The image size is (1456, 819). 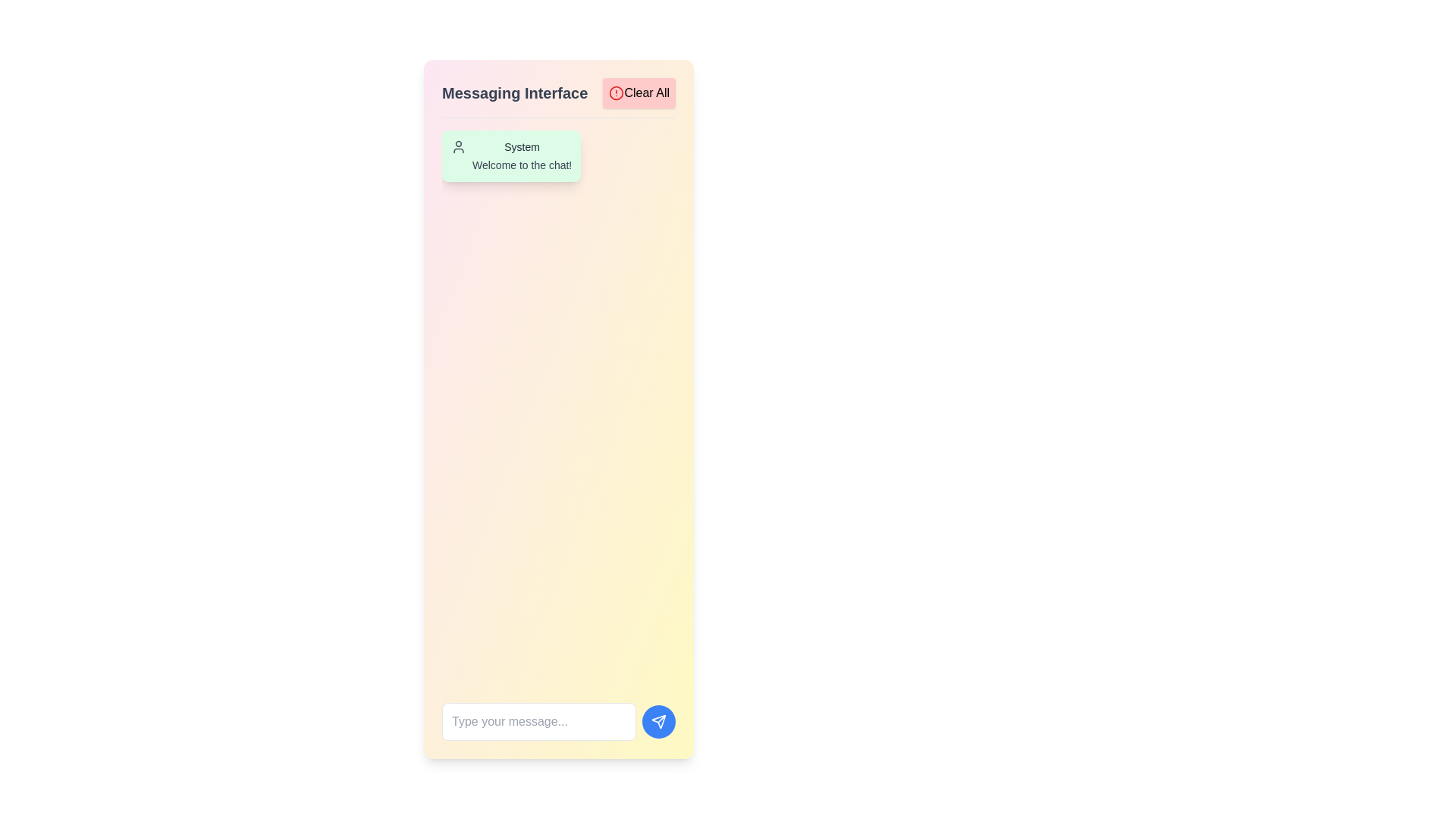 What do you see at coordinates (558, 155) in the screenshot?
I see `the informational text area with a chat bubble icon that contains the text 'System' and 'Welcome to the chat!', located in the chat area near the top of the interface` at bounding box center [558, 155].